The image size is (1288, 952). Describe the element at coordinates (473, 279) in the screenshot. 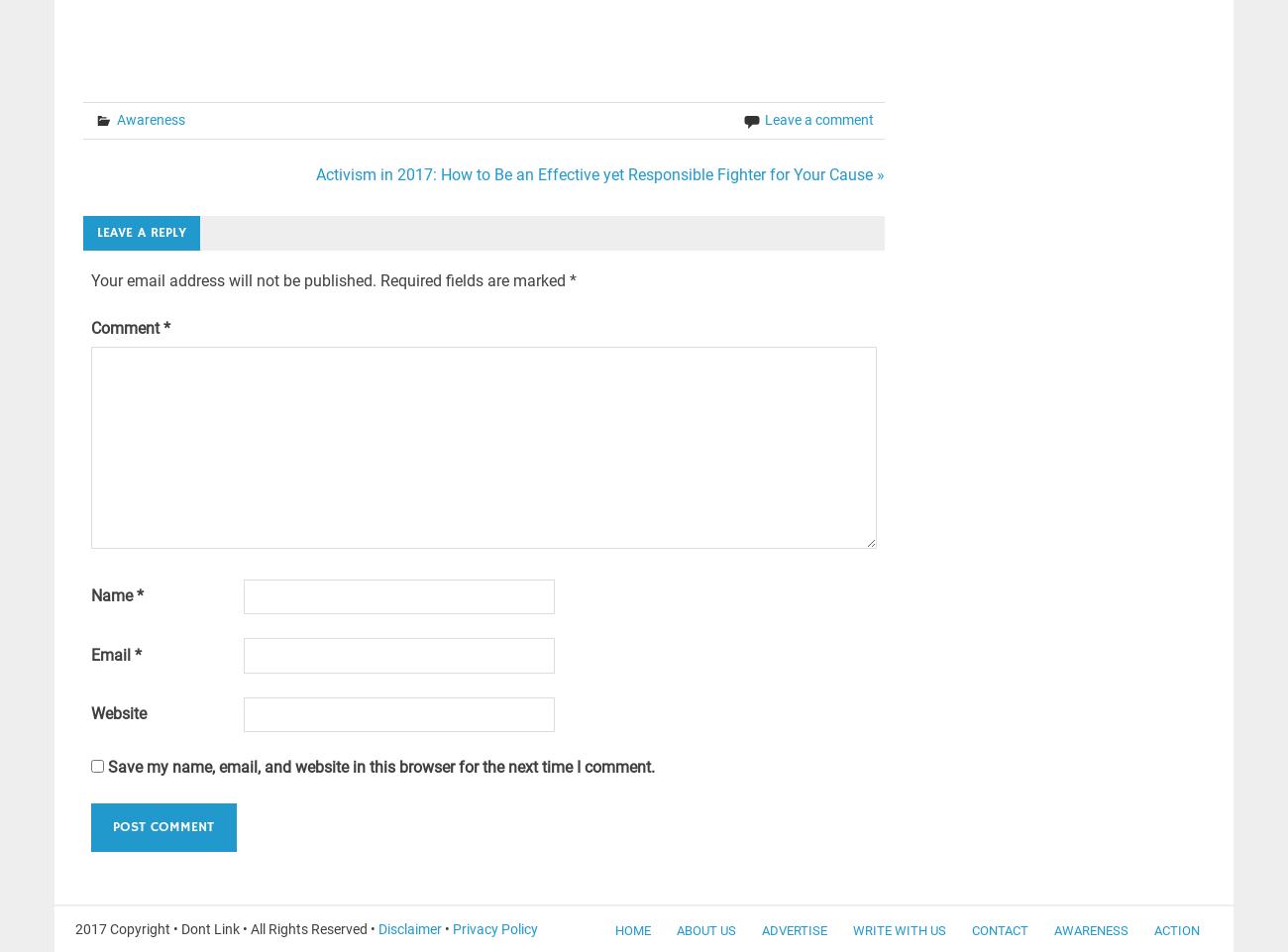

I see `'Required fields are marked'` at that location.